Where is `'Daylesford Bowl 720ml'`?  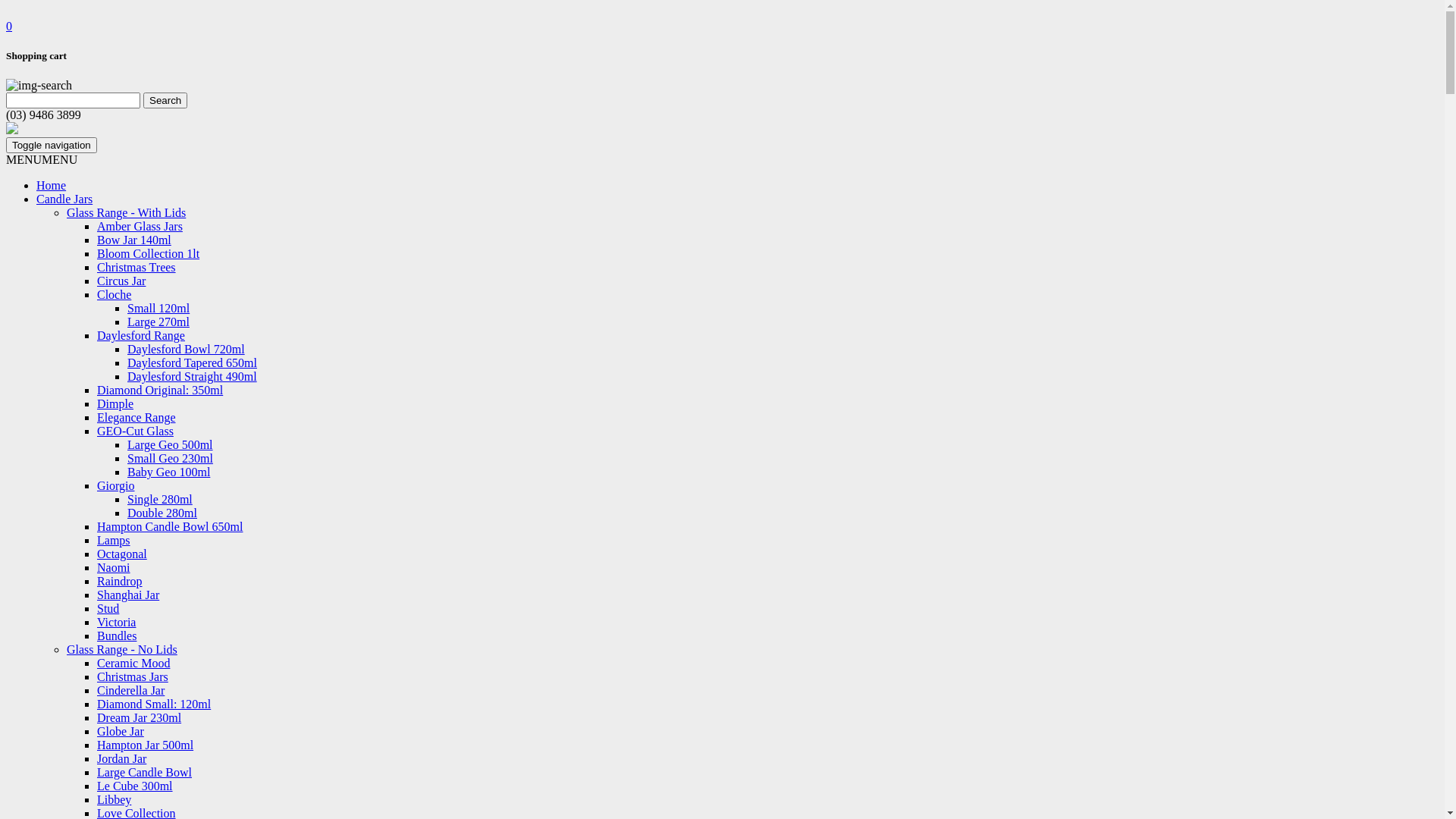
'Daylesford Bowl 720ml' is located at coordinates (185, 349).